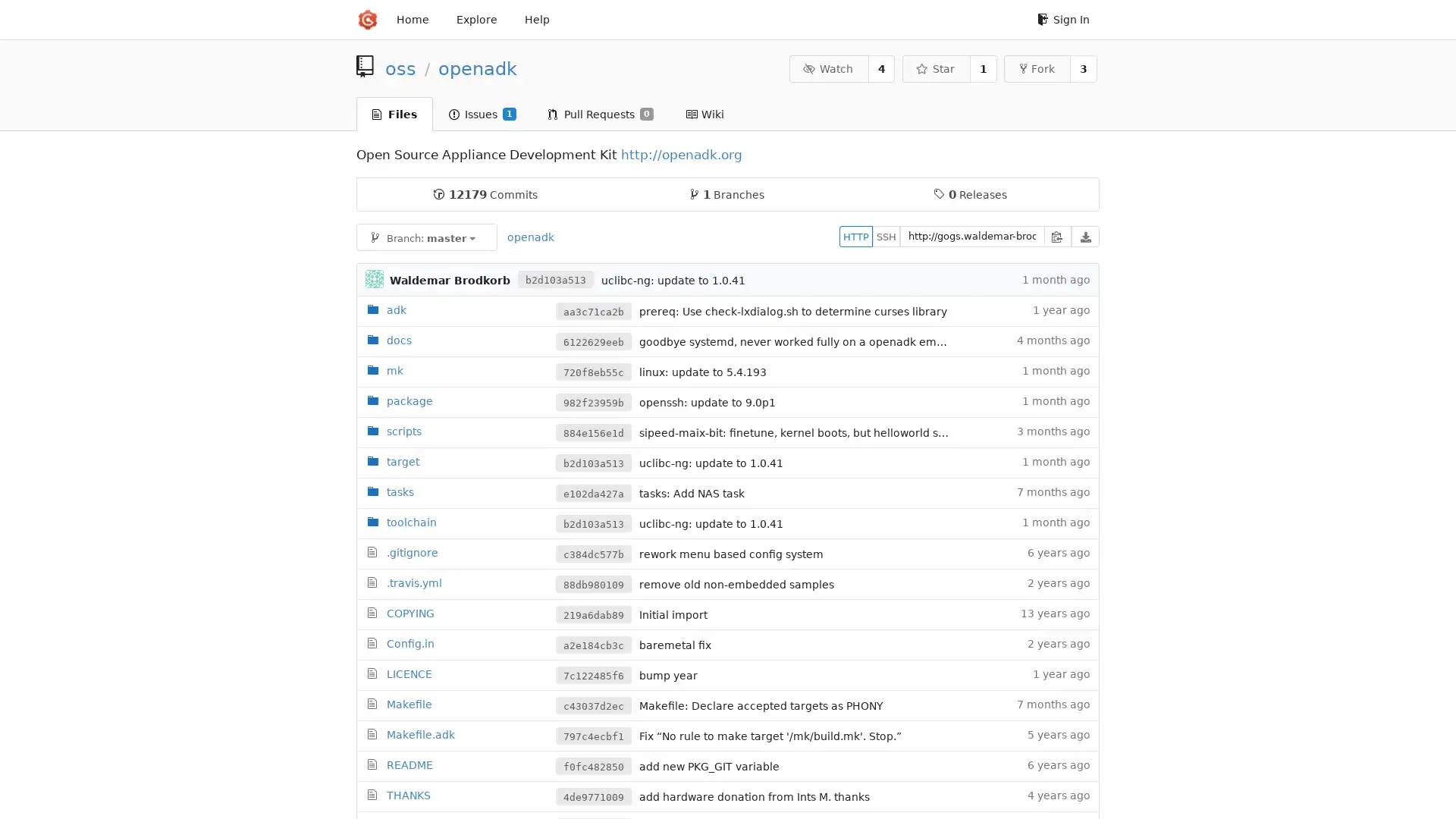 This screenshot has width=1456, height=819. Describe the element at coordinates (886, 236) in the screenshot. I see `SSH` at that location.